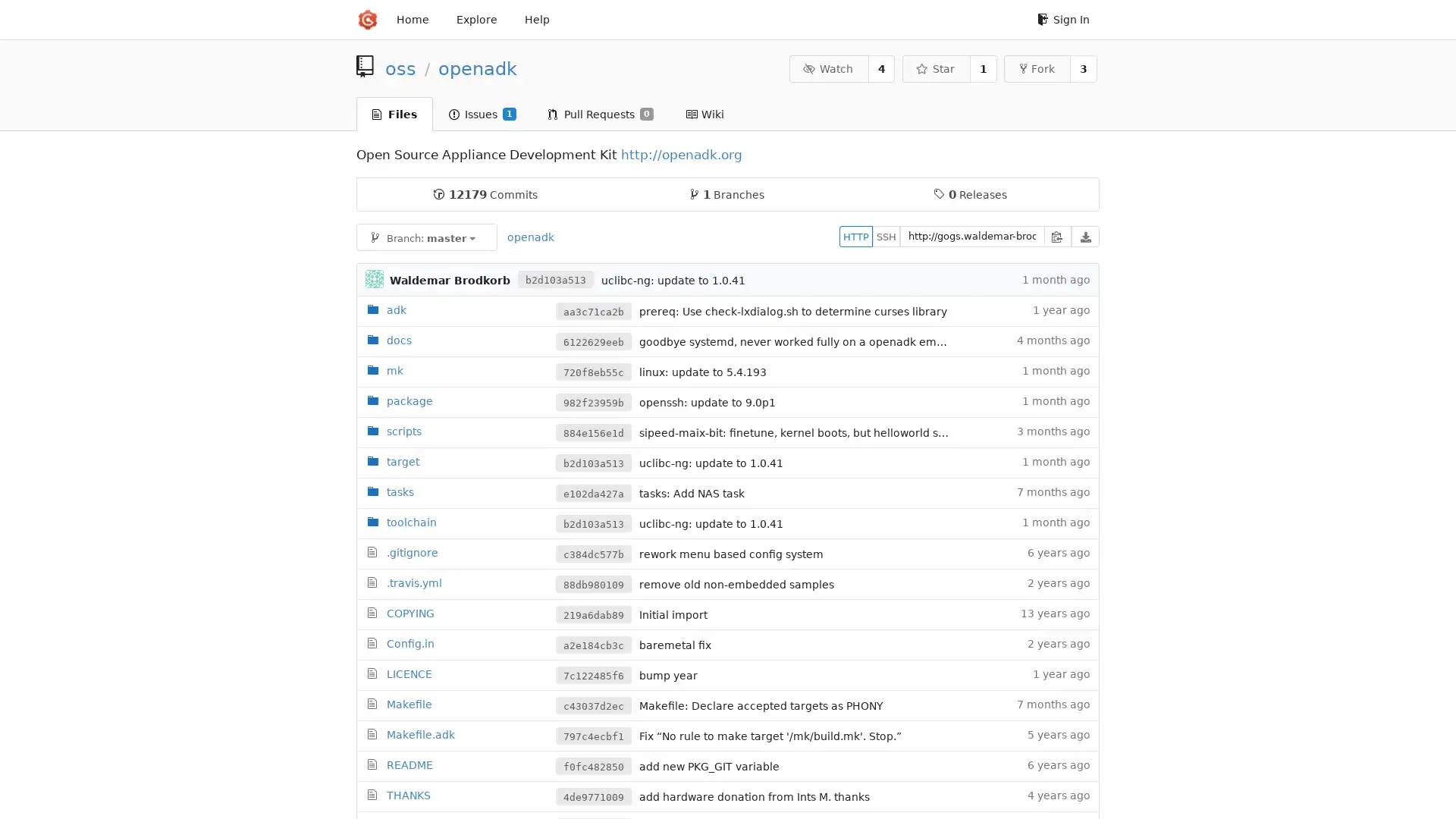 This screenshot has width=1456, height=819. Describe the element at coordinates (886, 236) in the screenshot. I see `SSH` at that location.